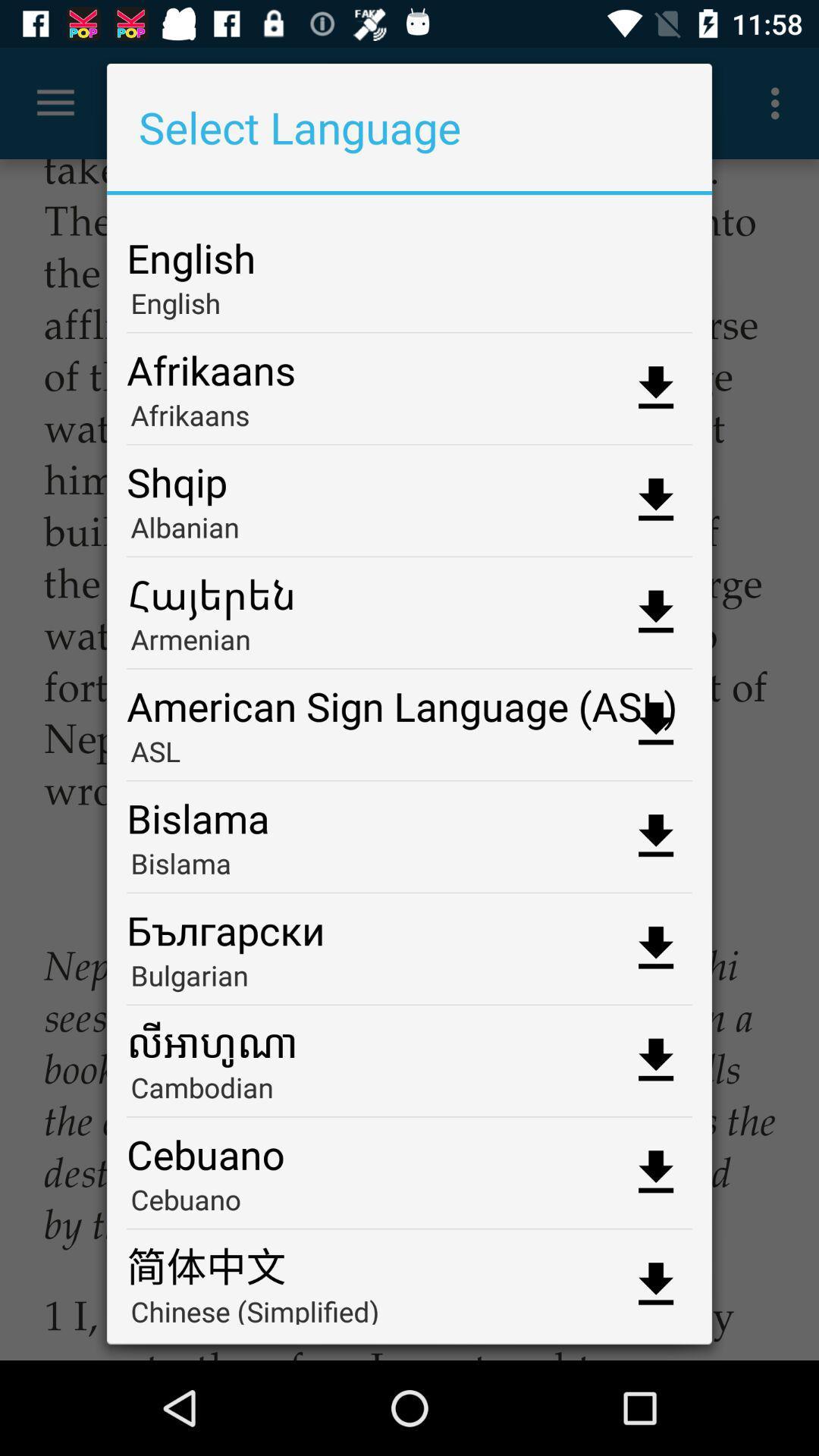 This screenshot has height=1456, width=819. I want to click on app below armenian app, so click(409, 700).